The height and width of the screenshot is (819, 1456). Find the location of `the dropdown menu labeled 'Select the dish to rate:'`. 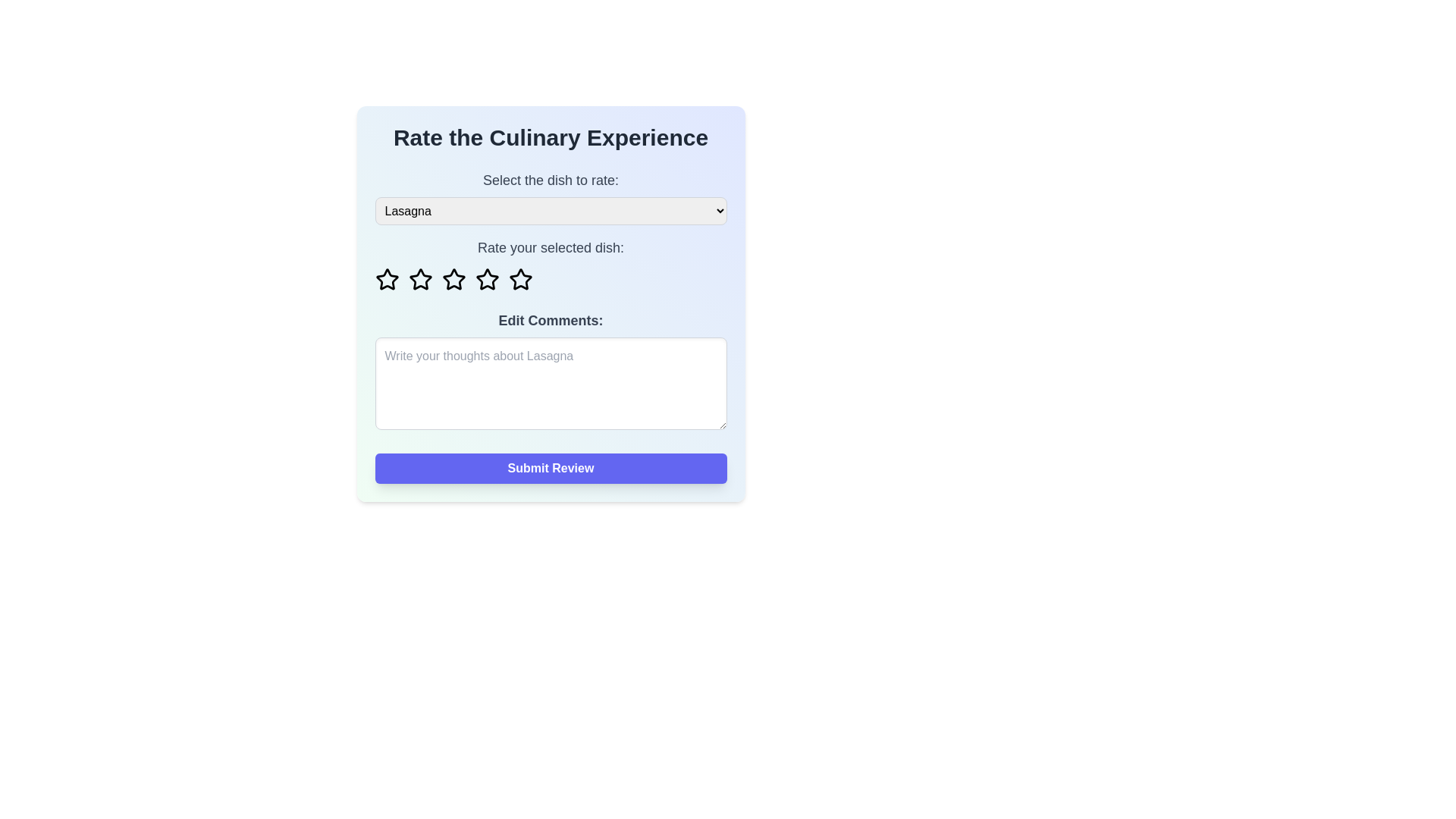

the dropdown menu labeled 'Select the dish to rate:' is located at coordinates (550, 196).